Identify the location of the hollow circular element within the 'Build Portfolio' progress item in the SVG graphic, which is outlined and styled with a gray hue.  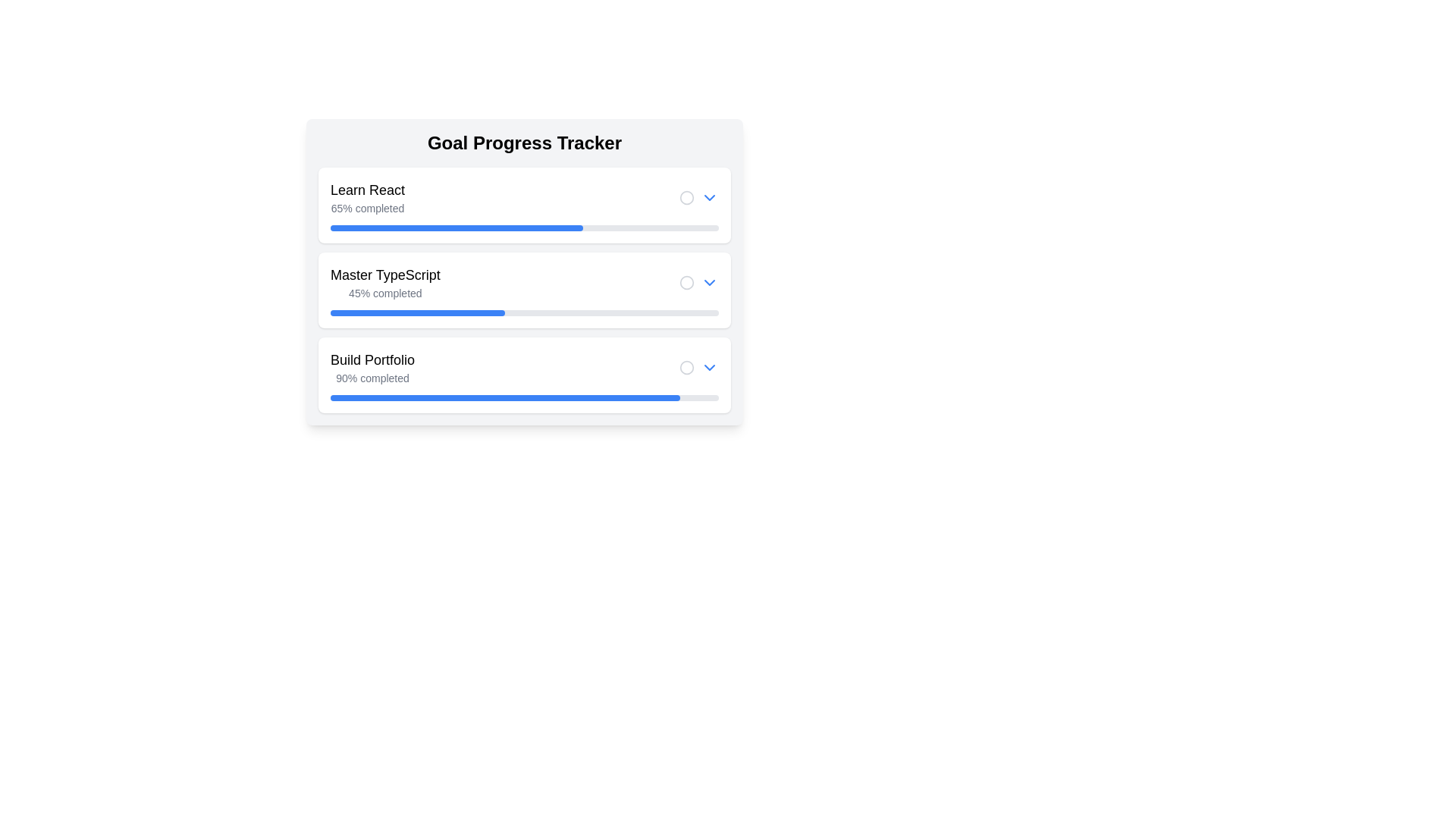
(686, 368).